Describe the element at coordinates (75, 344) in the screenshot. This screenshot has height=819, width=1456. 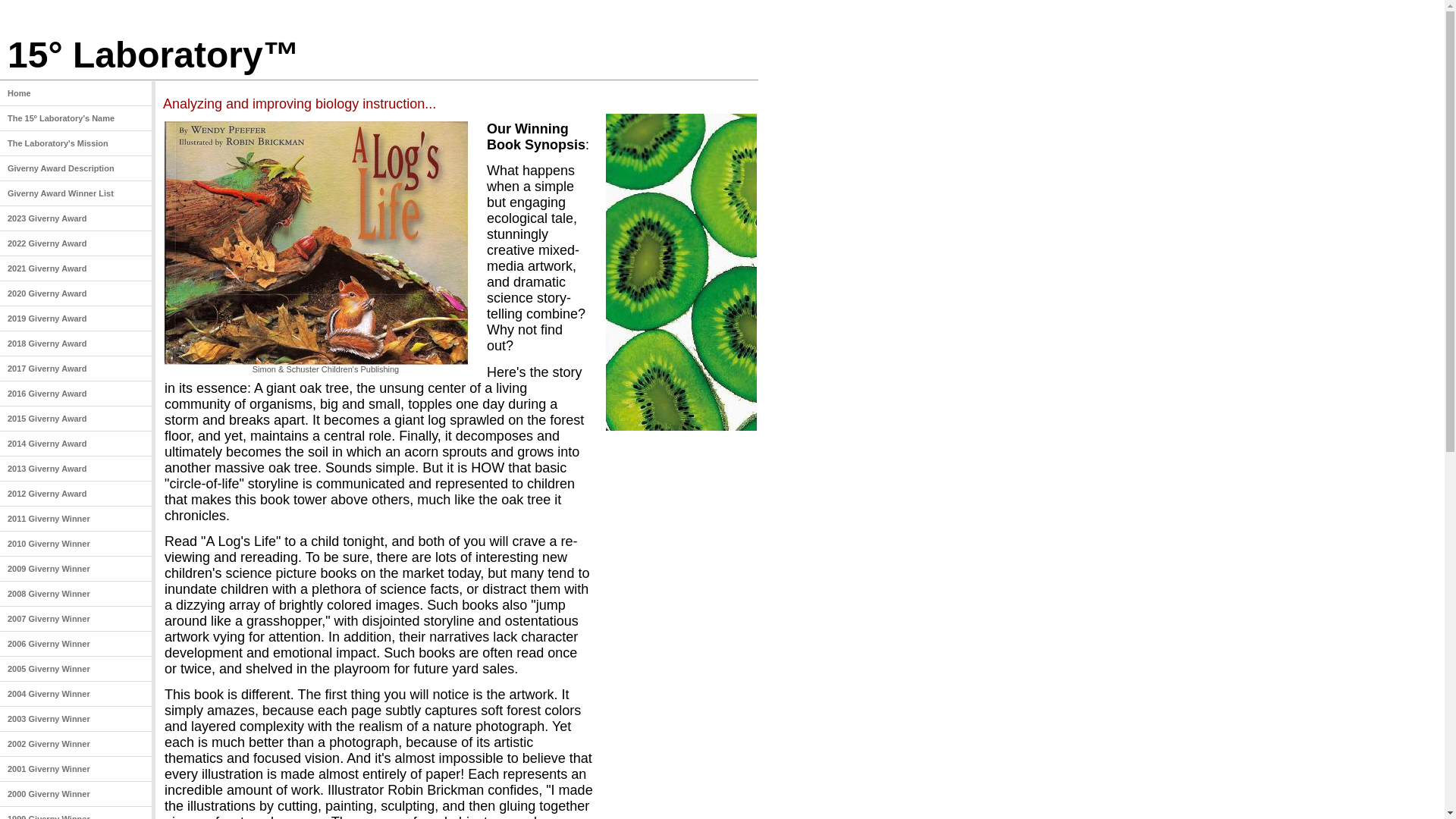
I see `'2018 Giverny Award'` at that location.